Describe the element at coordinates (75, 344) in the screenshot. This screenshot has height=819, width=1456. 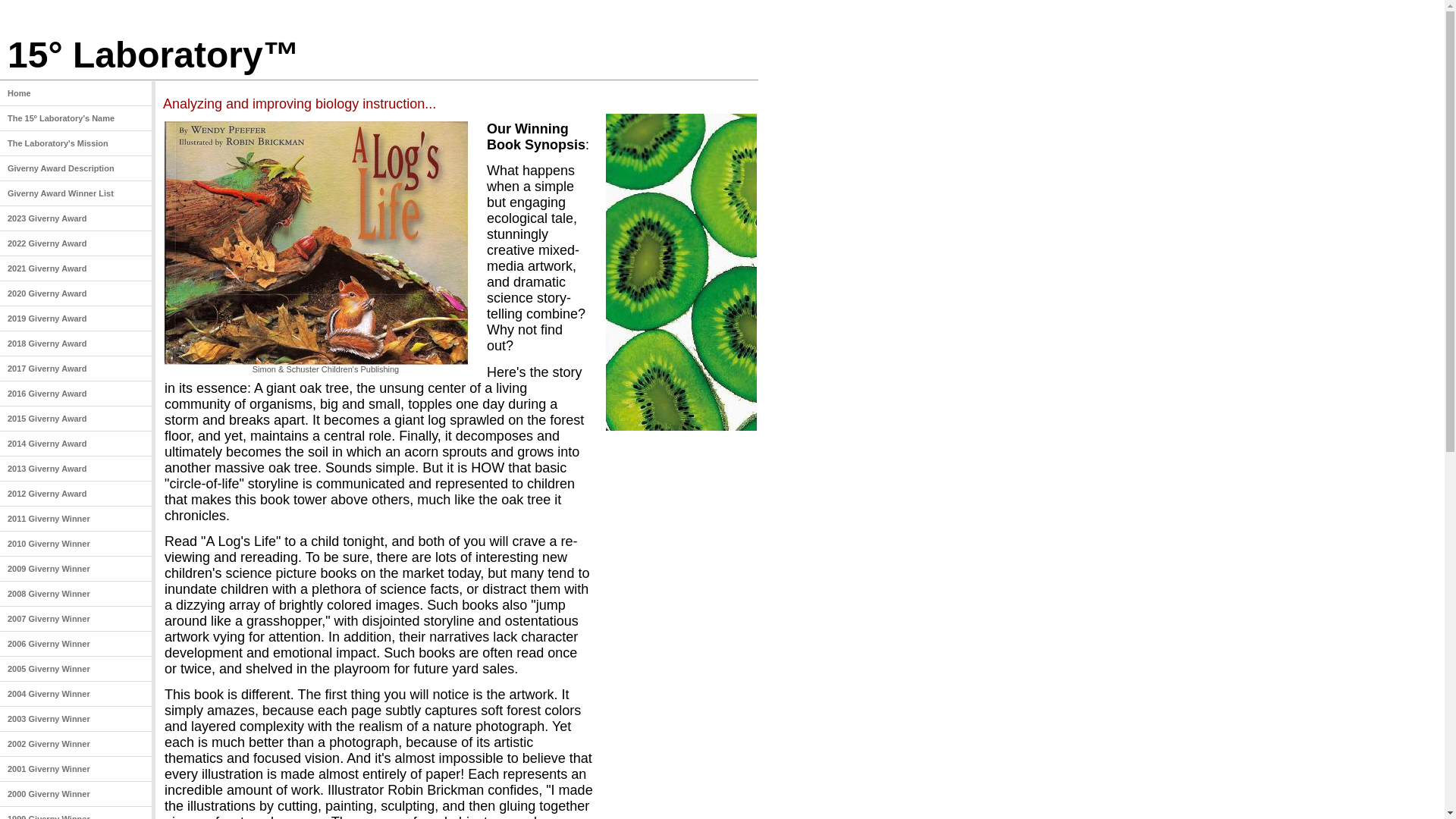
I see `'2018 Giverny Award'` at that location.